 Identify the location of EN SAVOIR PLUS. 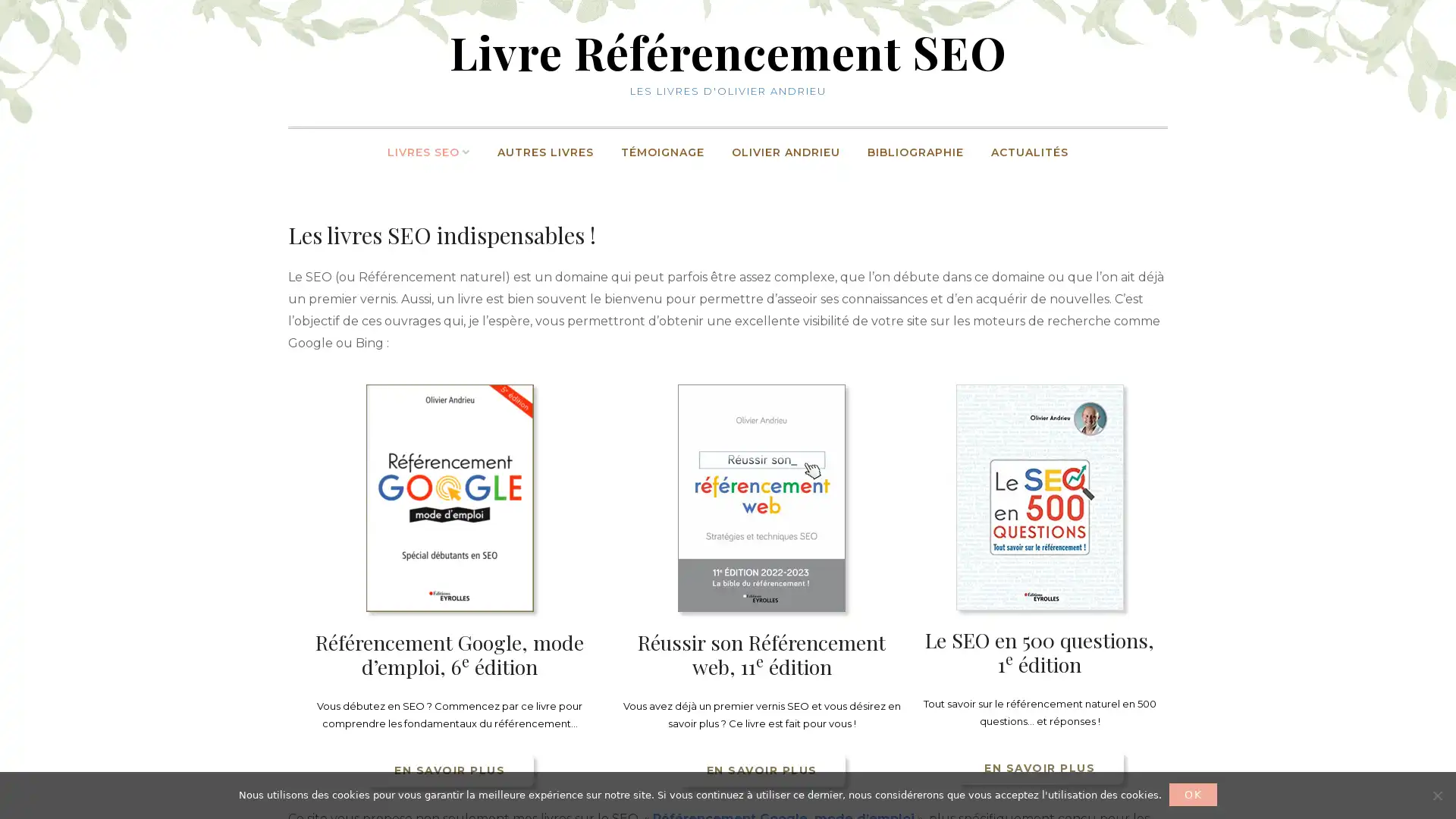
(761, 769).